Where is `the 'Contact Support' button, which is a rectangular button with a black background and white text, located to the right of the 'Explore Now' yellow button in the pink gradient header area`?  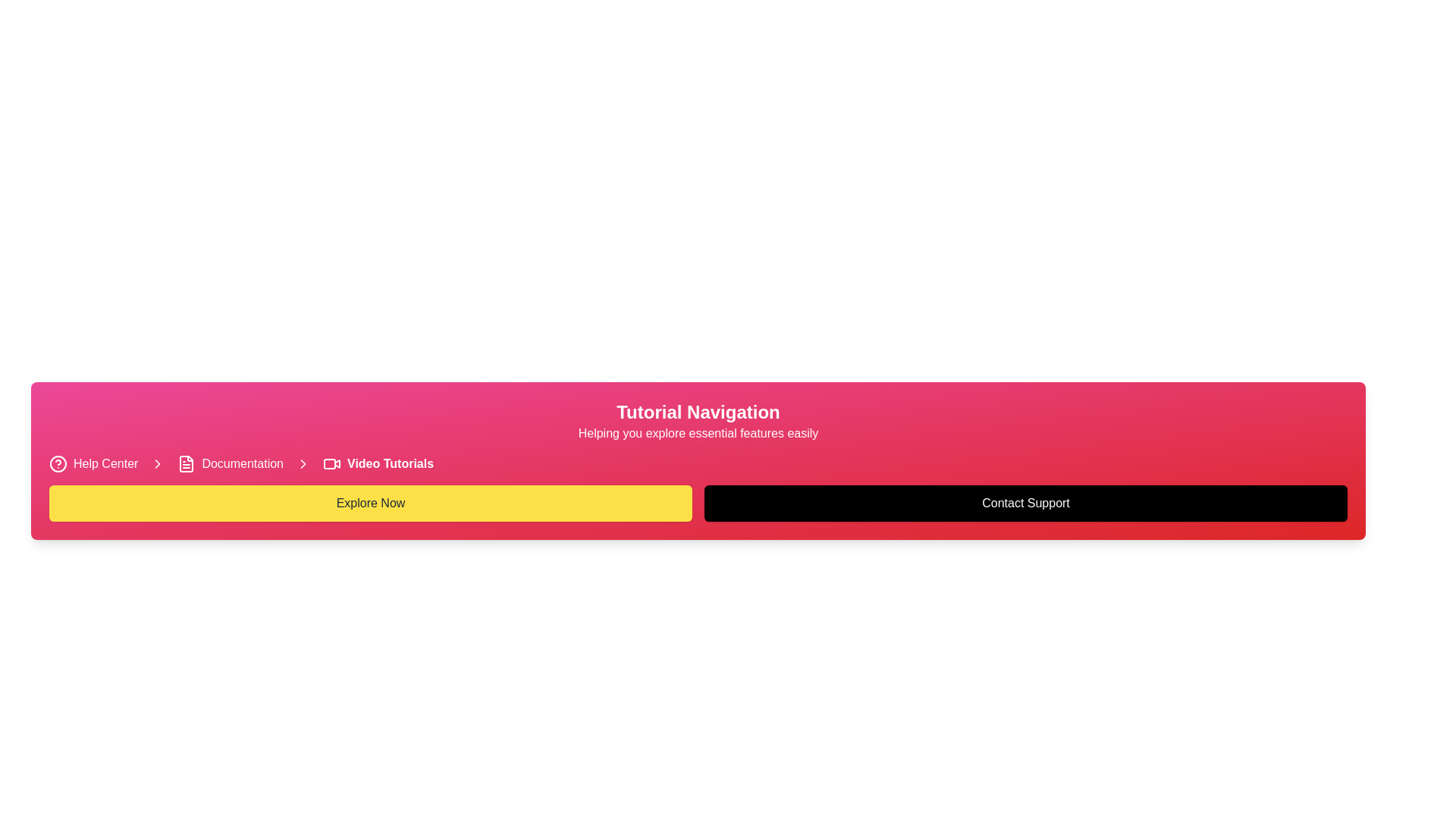 the 'Contact Support' button, which is a rectangular button with a black background and white text, located to the right of the 'Explore Now' yellow button in the pink gradient header area is located at coordinates (1026, 503).